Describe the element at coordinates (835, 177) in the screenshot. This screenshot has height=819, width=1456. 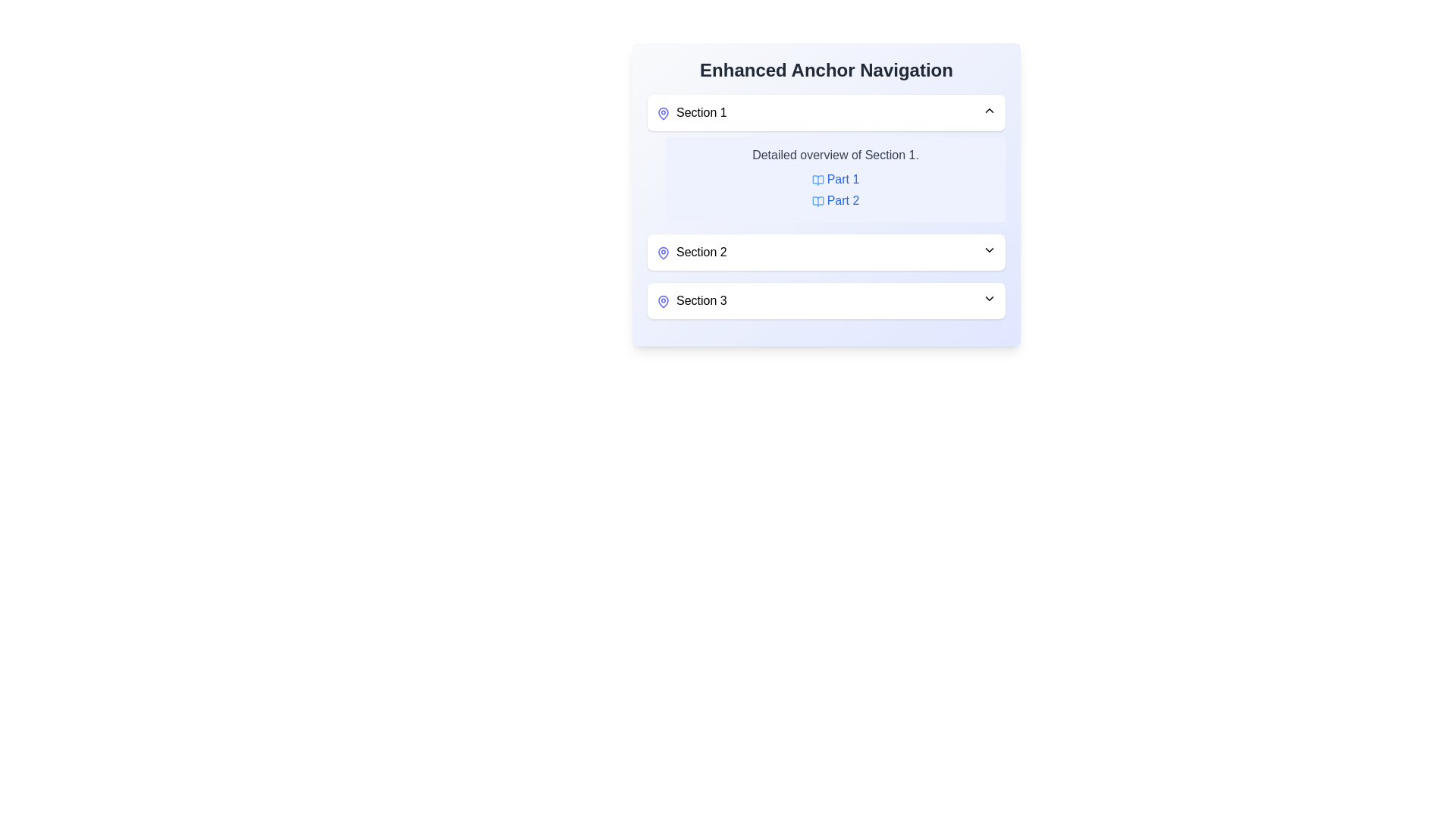
I see `the hyperlink that navigates to '#part1', located within the 'Detailed overview of Section 1.' content box, directly below the 'Section 1' collapsible heading and to the right of a blue book icon` at that location.